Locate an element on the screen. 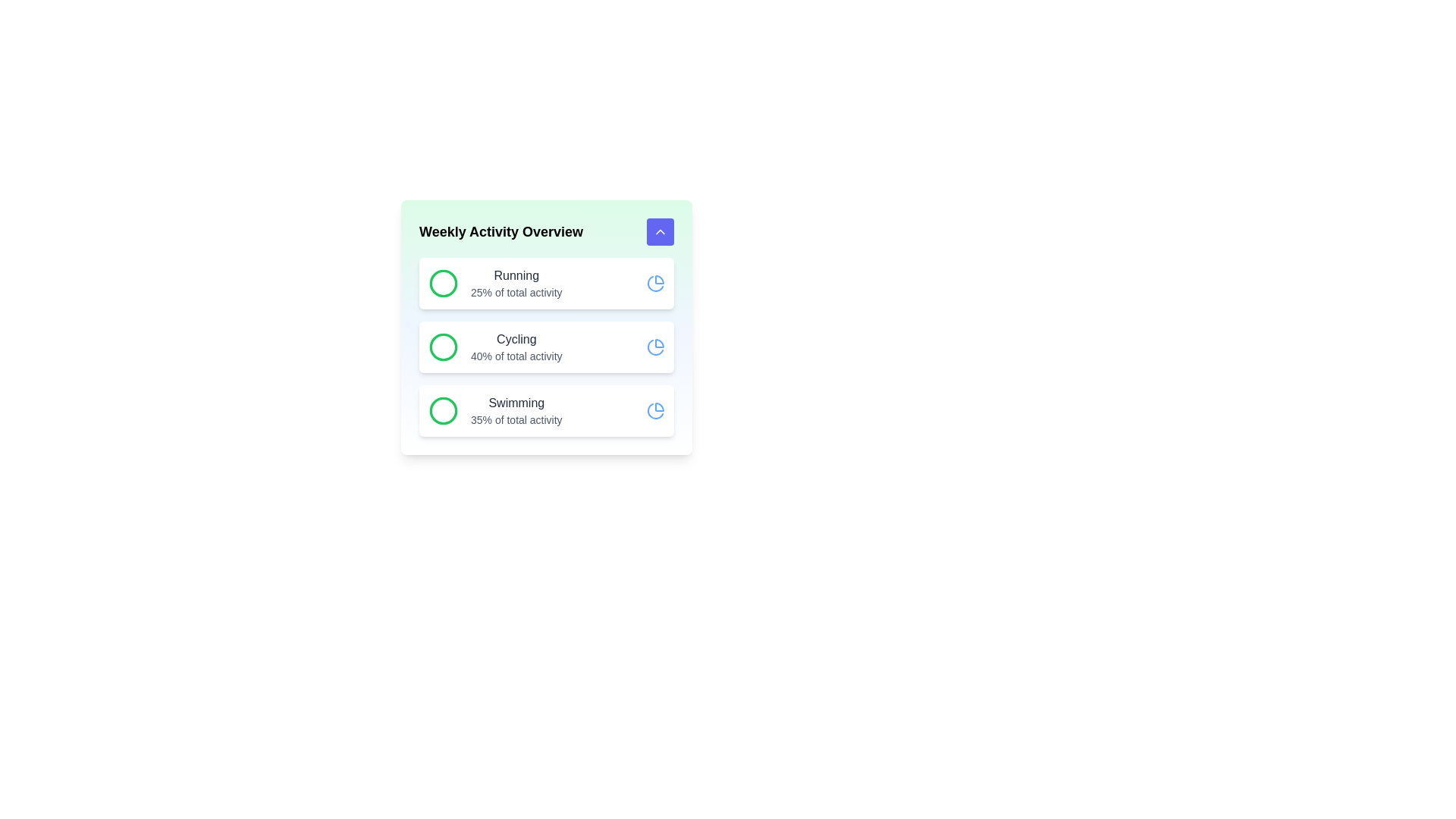  the green circle SVG icon located in the 'Swimming' section, which is next to the text 'Swimming 35% of total activity' is located at coordinates (443, 411).